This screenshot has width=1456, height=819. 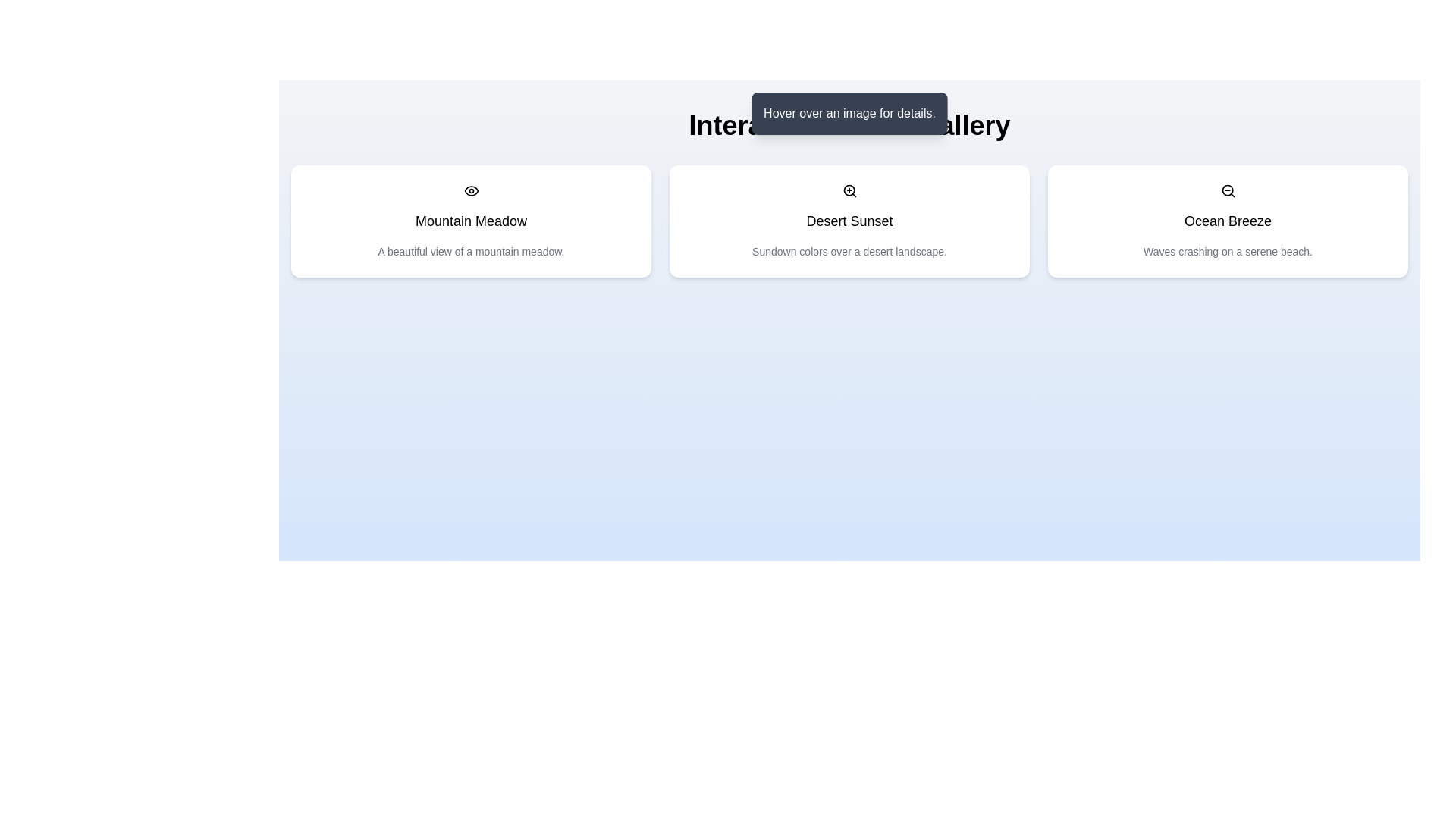 I want to click on descriptive subtitle text label located below the 'Mountain Meadow' title and eye icon within the card interface, so click(x=470, y=250).